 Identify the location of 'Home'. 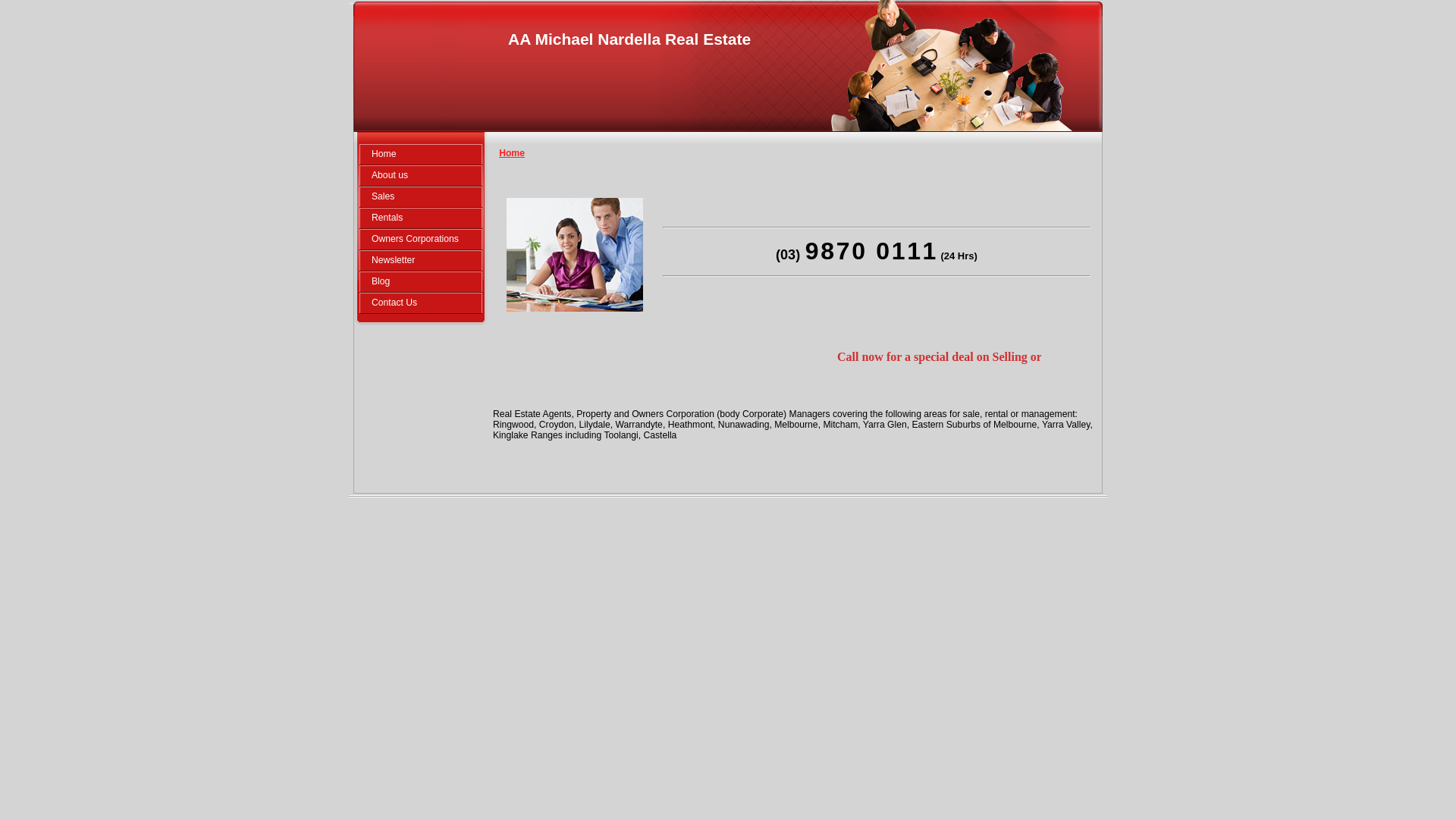
(359, 154).